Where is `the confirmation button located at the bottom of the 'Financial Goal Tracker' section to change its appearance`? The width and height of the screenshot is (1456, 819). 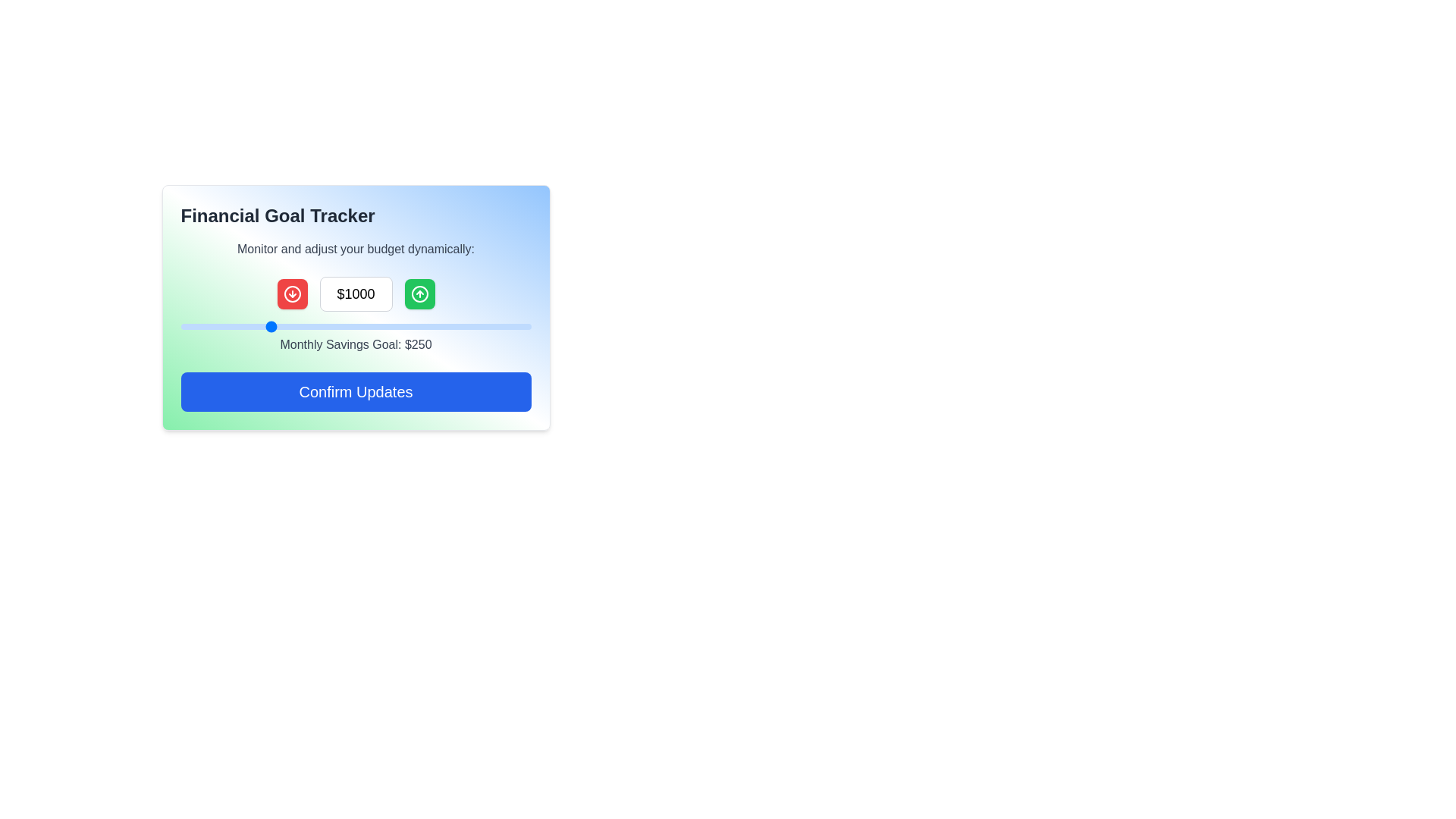 the confirmation button located at the bottom of the 'Financial Goal Tracker' section to change its appearance is located at coordinates (355, 391).